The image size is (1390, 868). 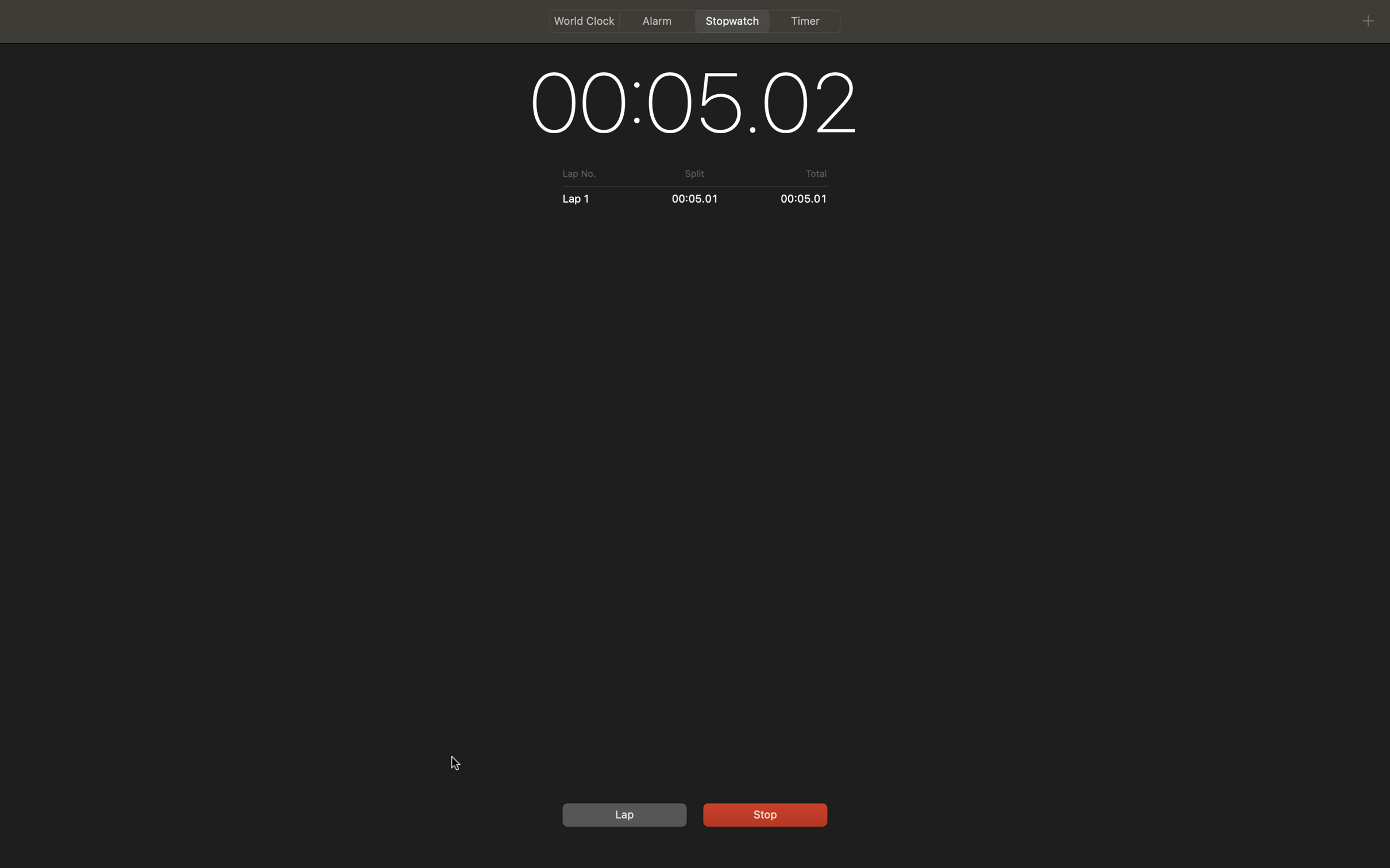 What do you see at coordinates (622, 814) in the screenshot?
I see `Begin a lap function, follow up by halting the stopwatch` at bounding box center [622, 814].